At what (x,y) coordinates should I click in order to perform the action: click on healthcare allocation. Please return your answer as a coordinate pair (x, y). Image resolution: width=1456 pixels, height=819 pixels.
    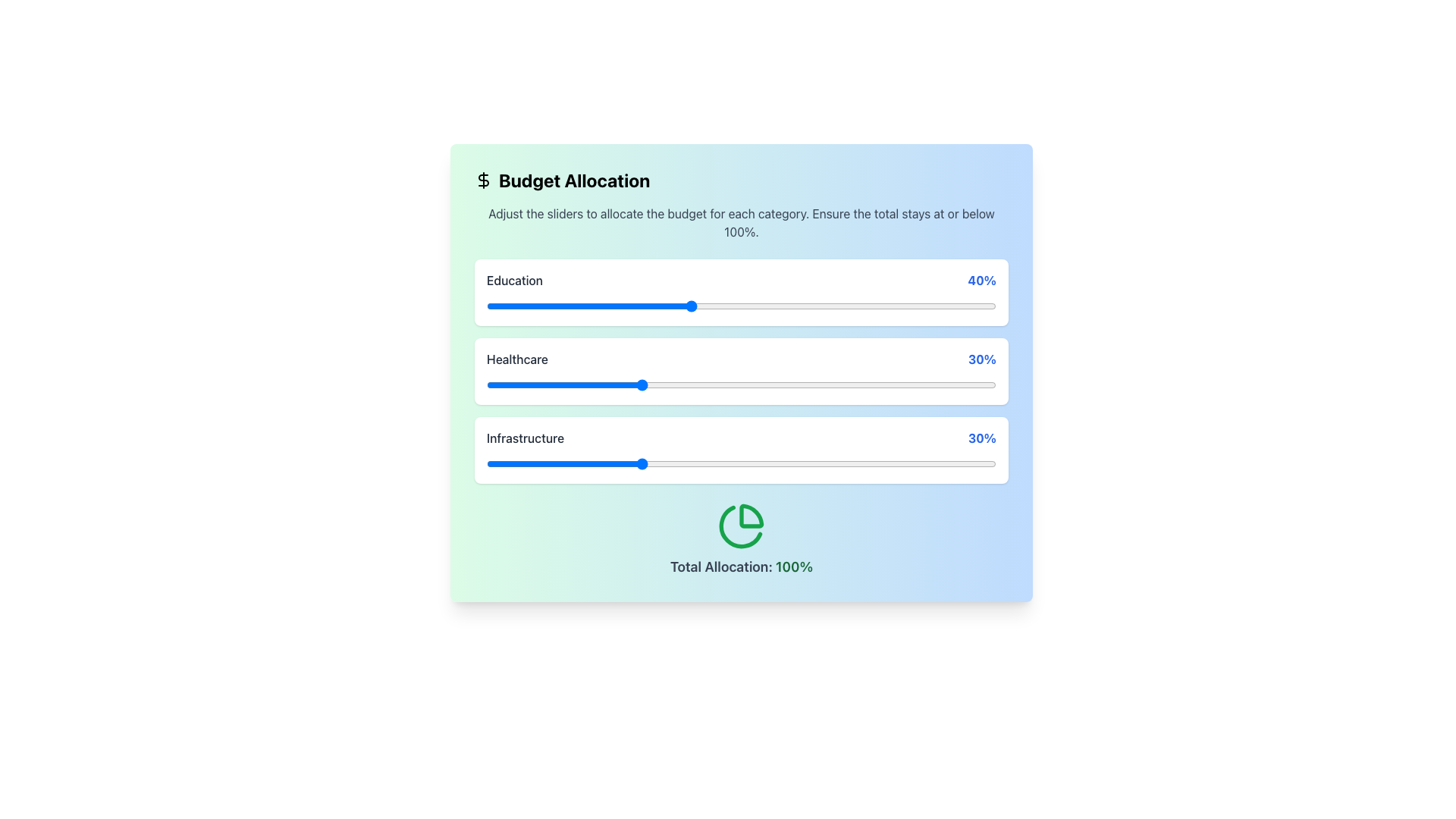
    Looking at the image, I should click on (777, 384).